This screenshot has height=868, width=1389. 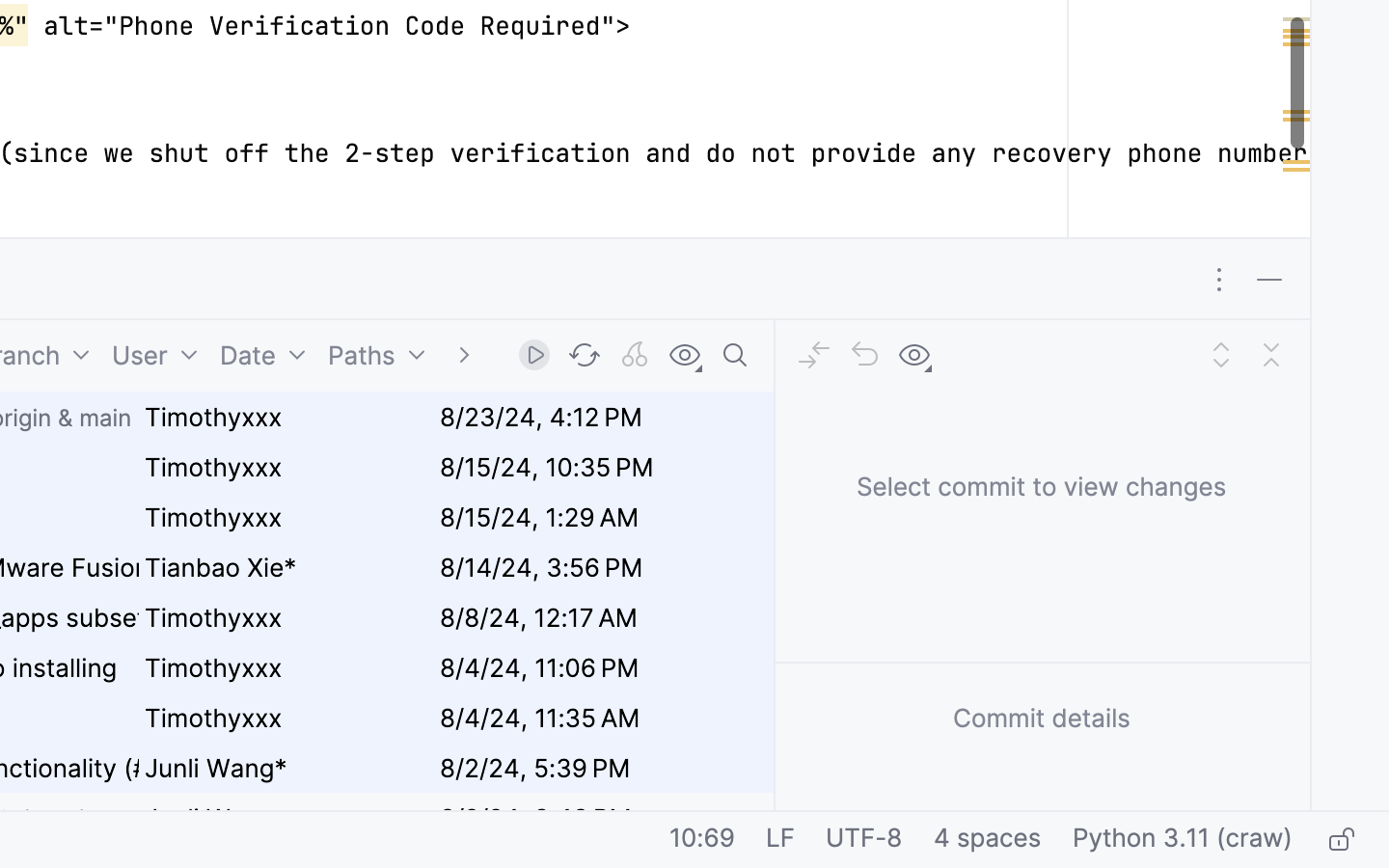 I want to click on 'UTF-8', so click(x=862, y=840).